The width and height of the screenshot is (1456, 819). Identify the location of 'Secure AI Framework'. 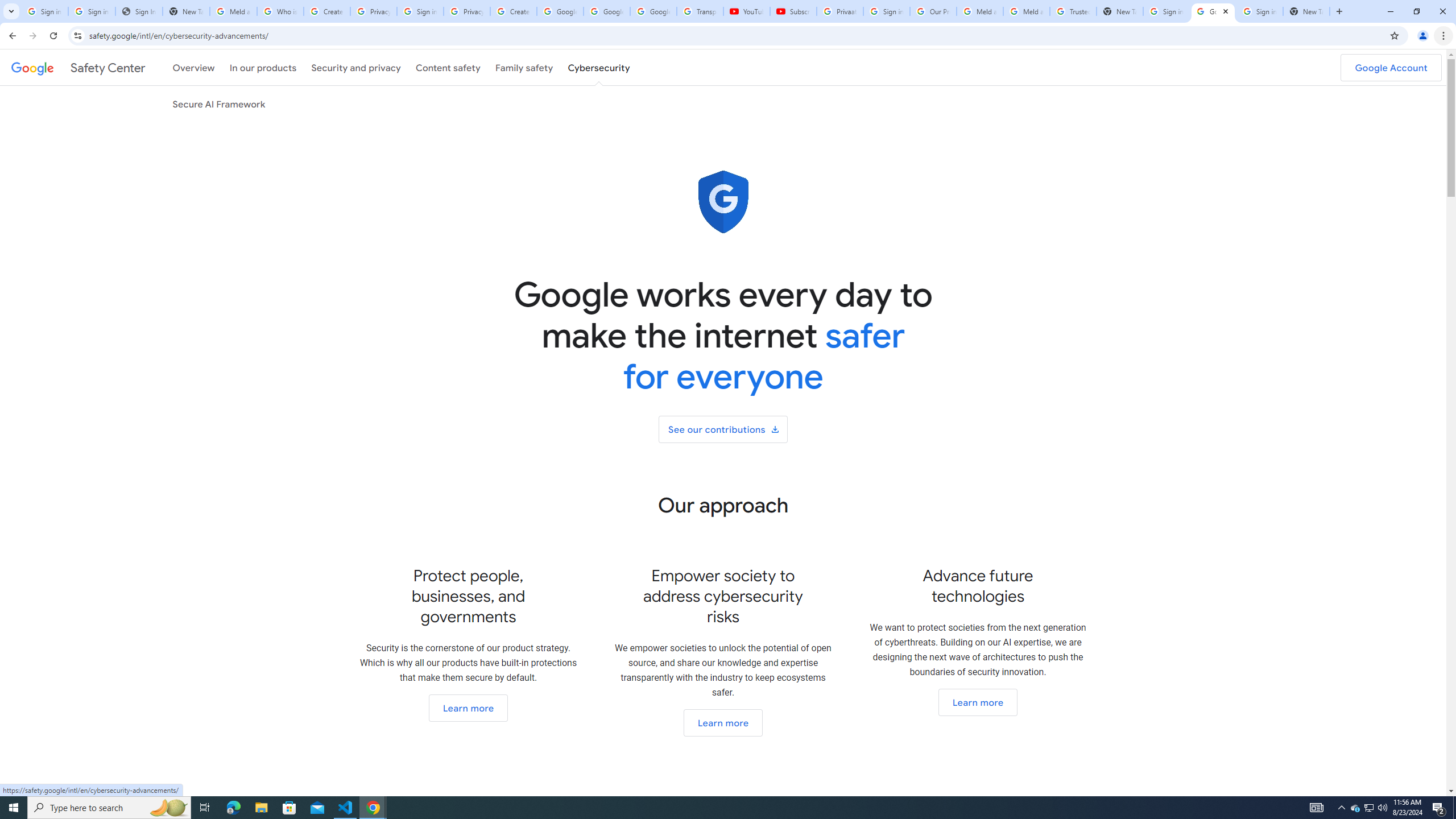
(218, 103).